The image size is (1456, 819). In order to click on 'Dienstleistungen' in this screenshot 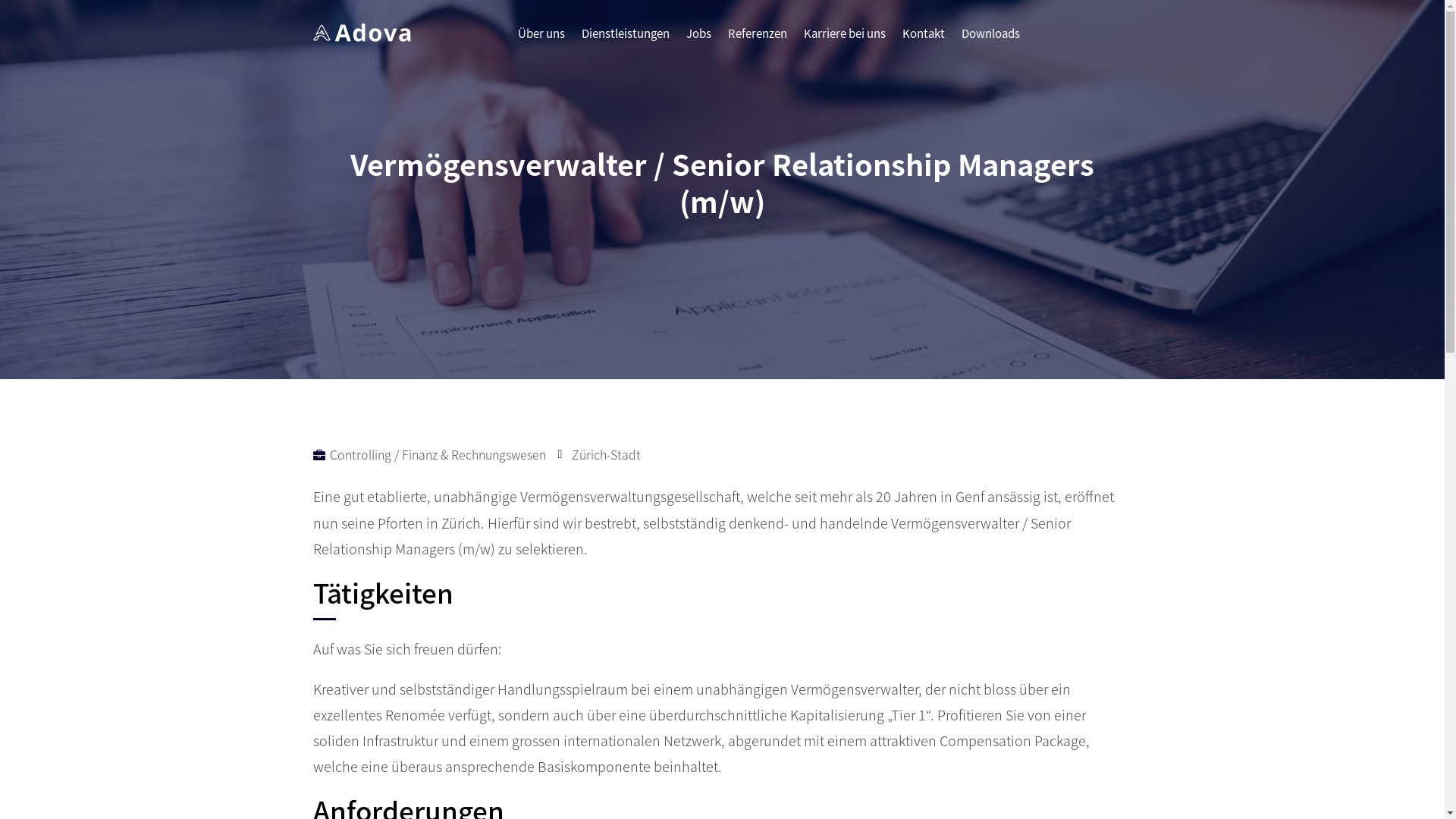, I will do `click(625, 38)`.